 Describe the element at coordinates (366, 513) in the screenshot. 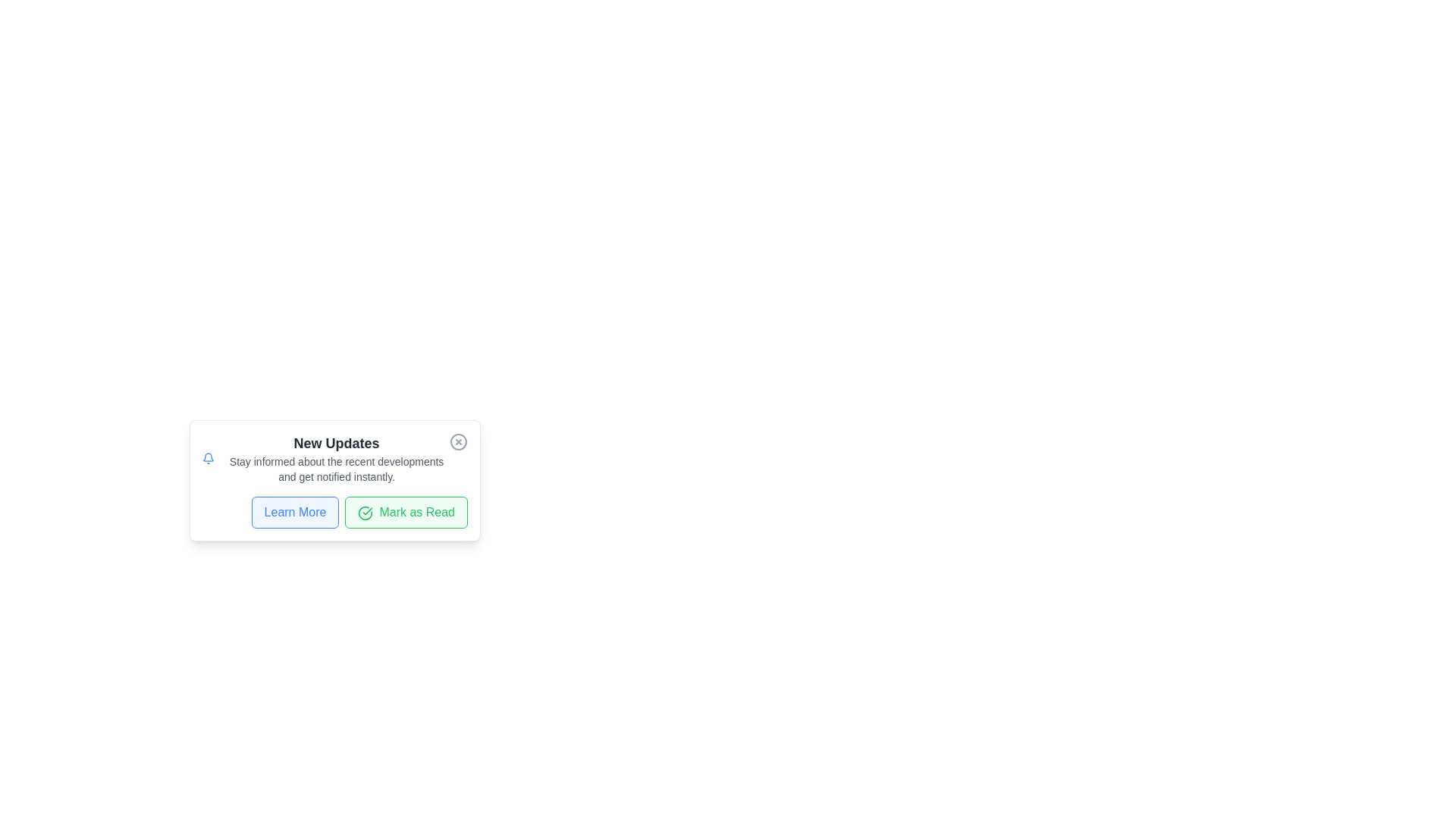

I see `the graphical icon component positioned at the top-left section of the 'New Updates' dialog box, which serves as a visual cue or check-related symbol` at that location.